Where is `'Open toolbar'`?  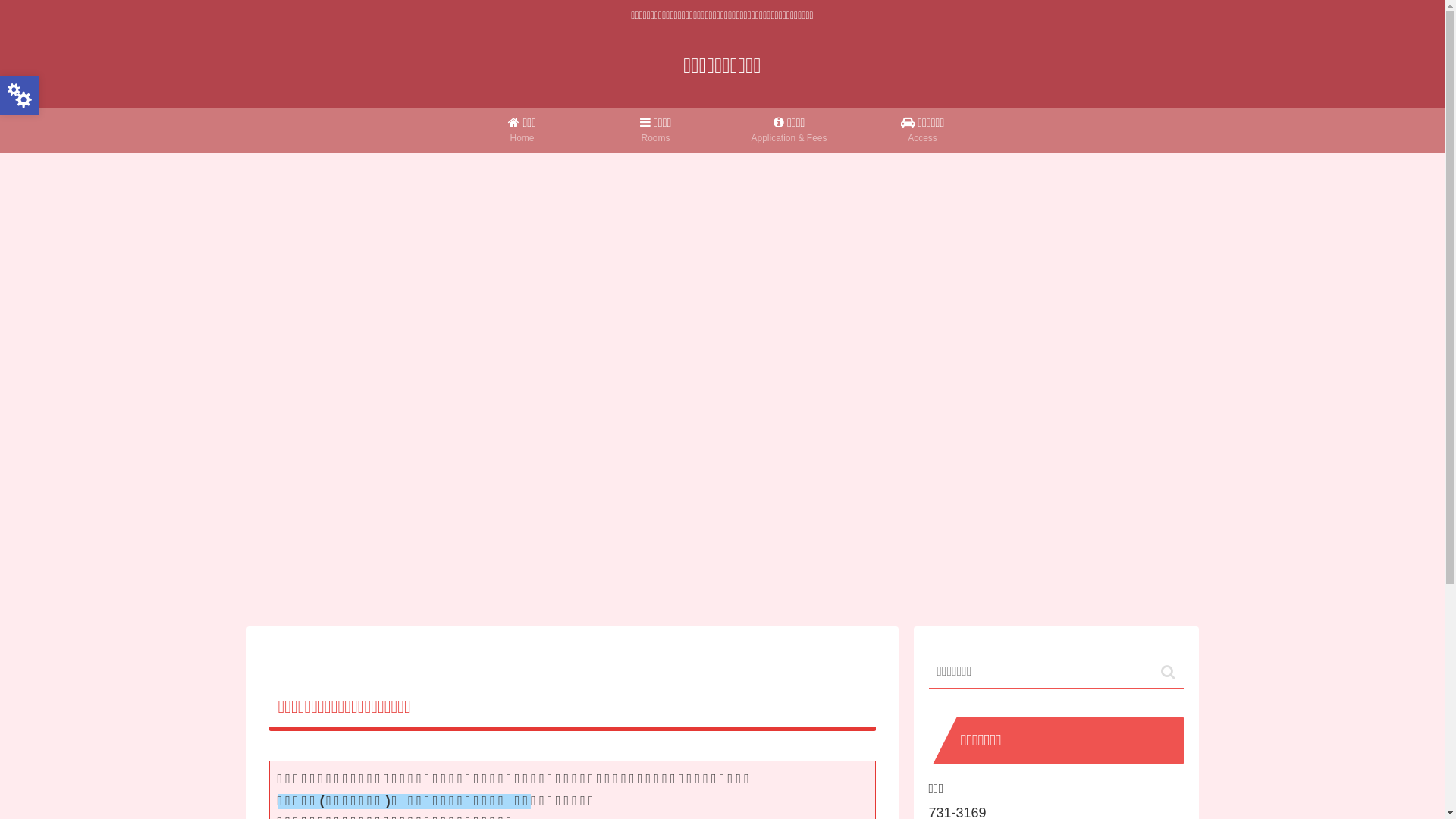
'Open toolbar' is located at coordinates (19, 96).